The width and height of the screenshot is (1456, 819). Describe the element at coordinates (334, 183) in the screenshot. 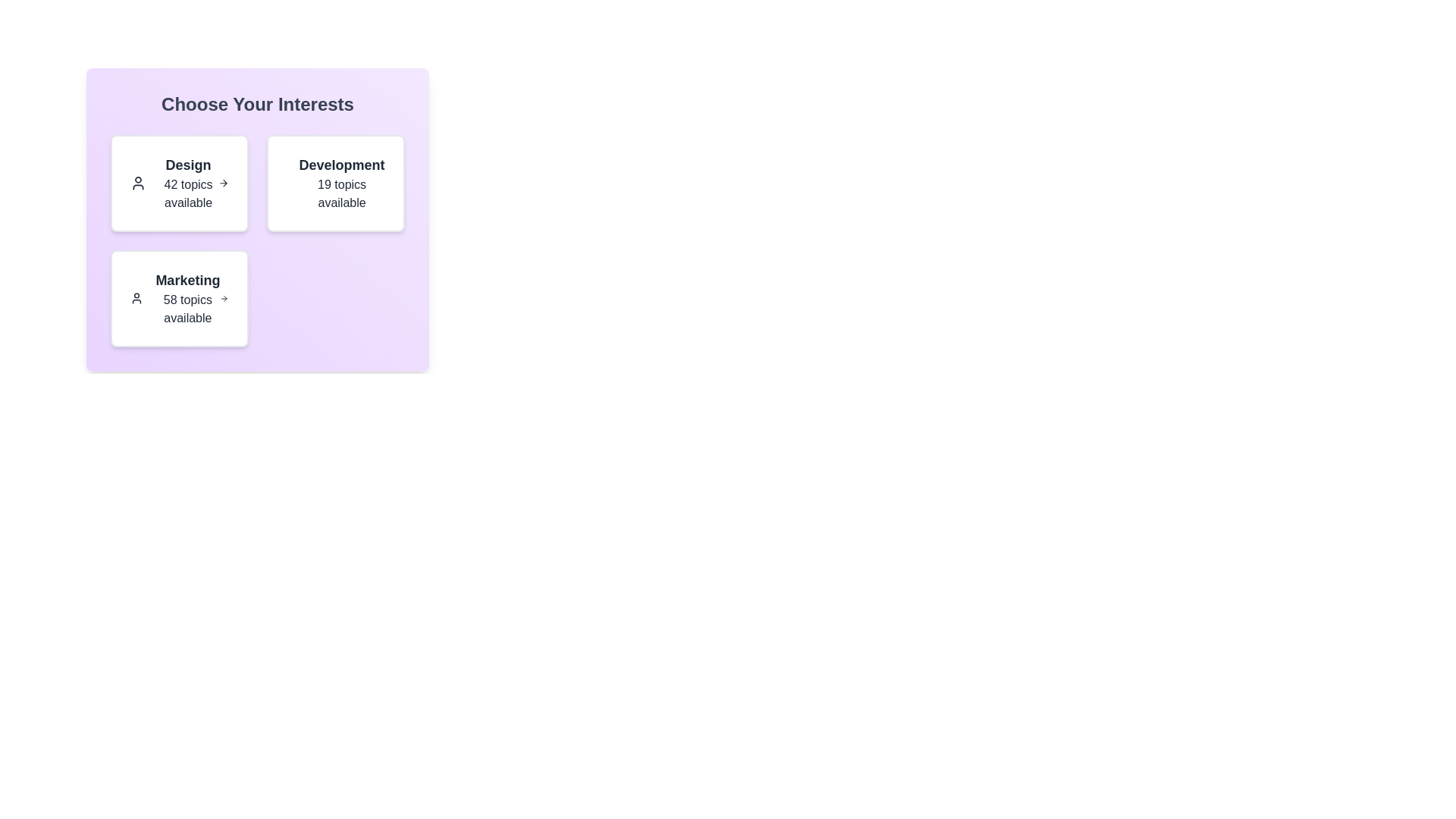

I see `the chip card corresponding to Development` at that location.